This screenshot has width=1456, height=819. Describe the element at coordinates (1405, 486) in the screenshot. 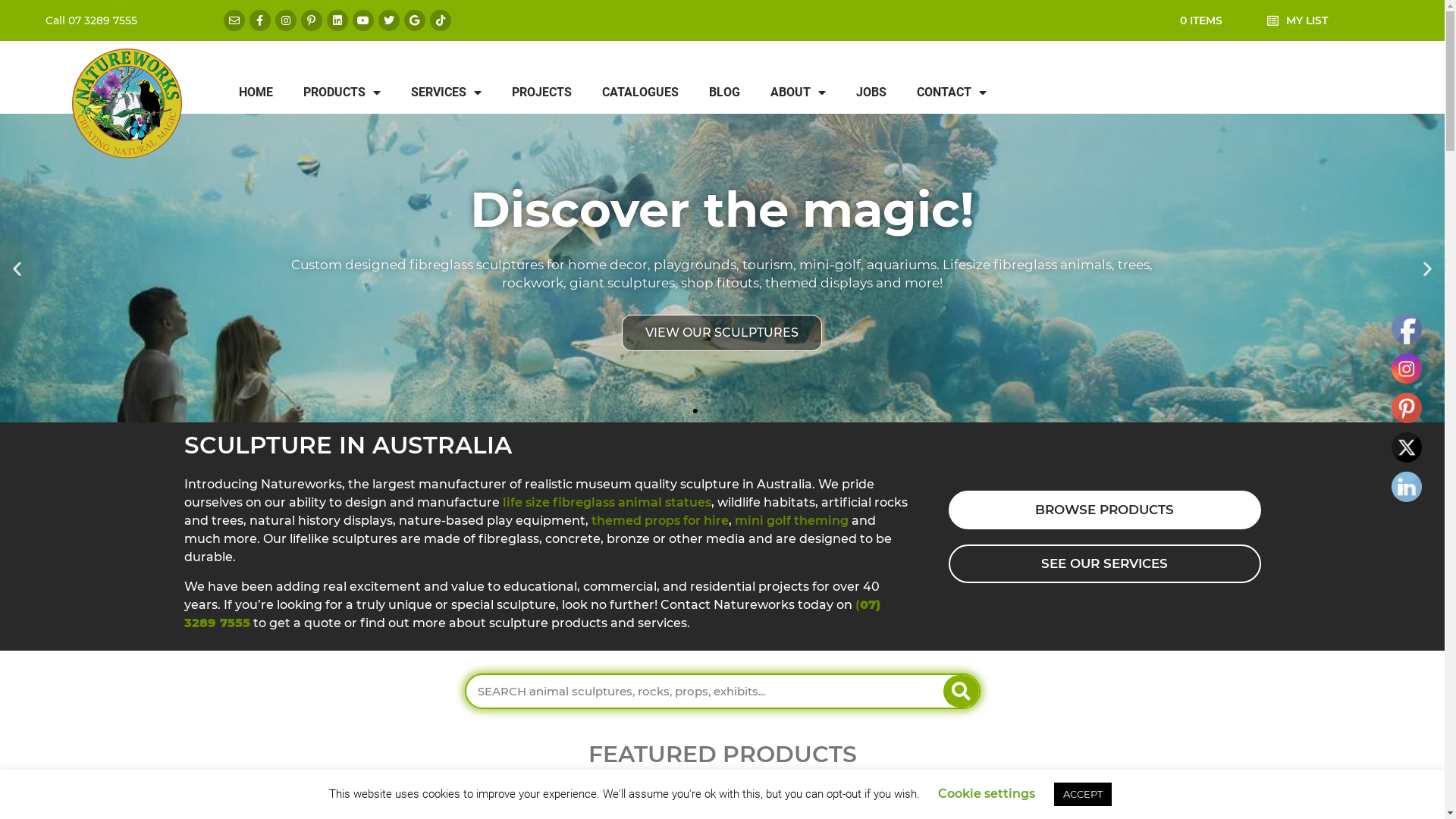

I see `'LinkedIn'` at that location.